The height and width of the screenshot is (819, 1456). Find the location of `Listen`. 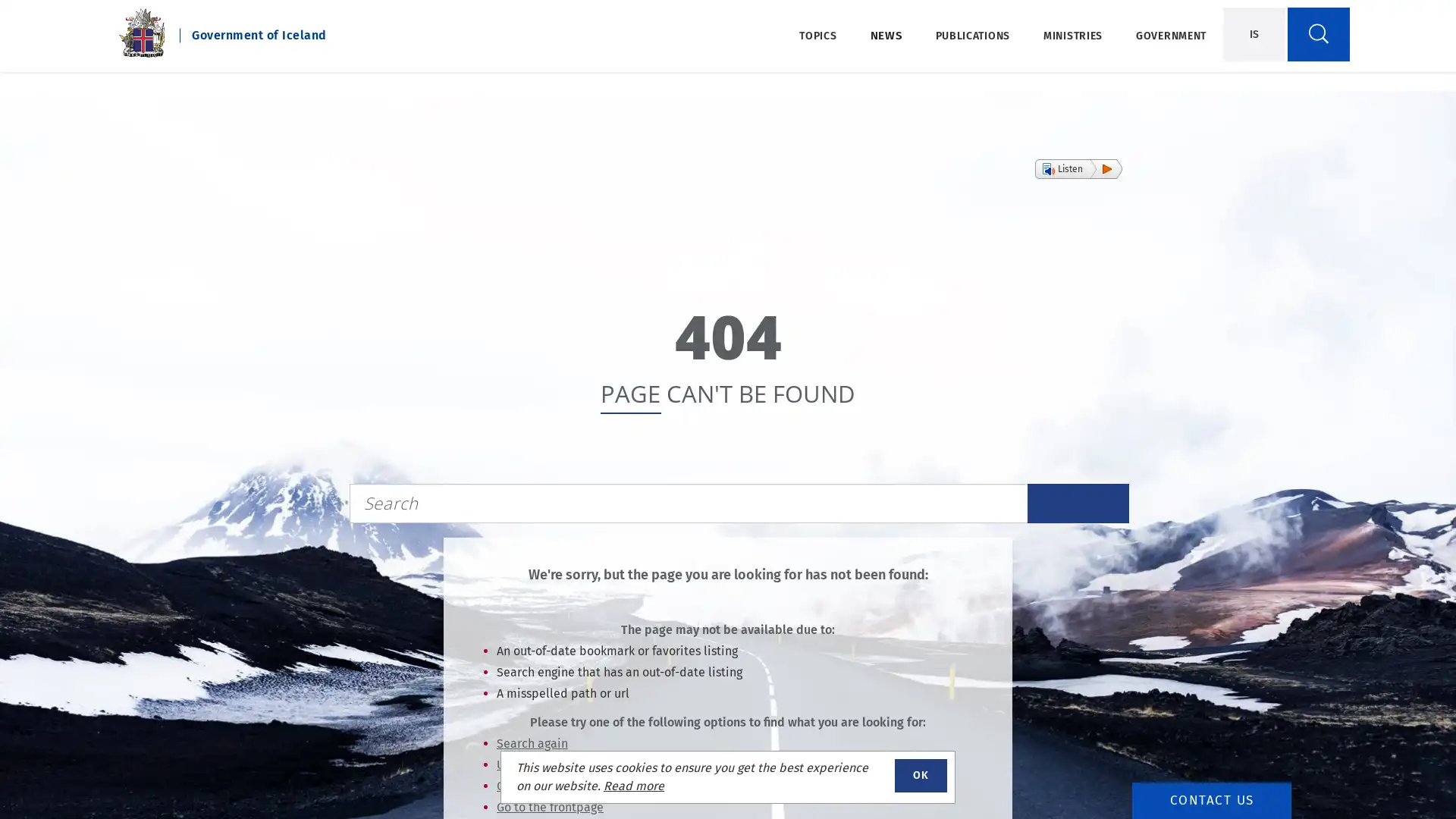

Listen is located at coordinates (1078, 169).